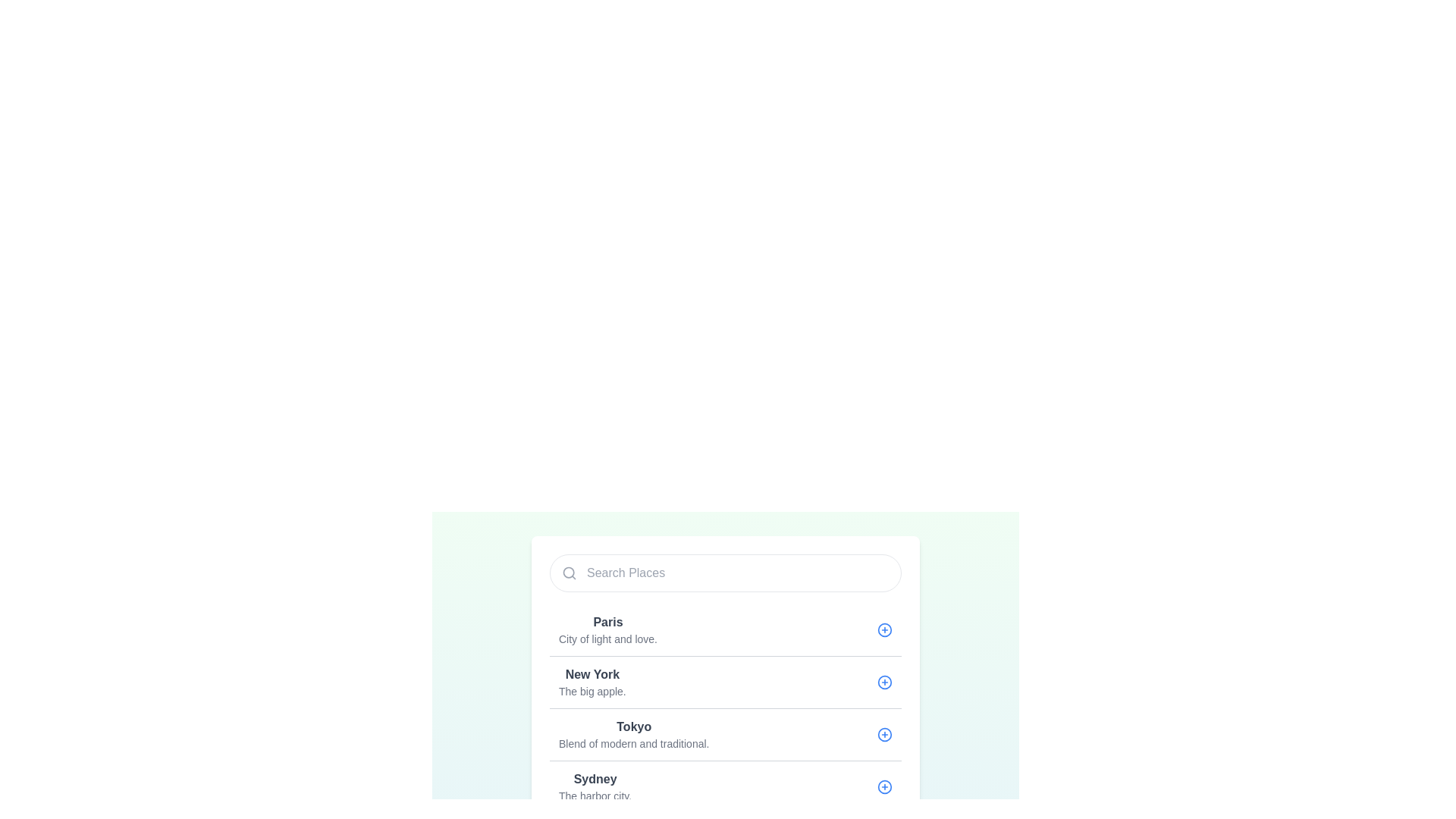 This screenshot has width=1456, height=819. Describe the element at coordinates (591, 674) in the screenshot. I see `the text label displaying 'New York', which is styled in bold and dark gray, located at the top of the second list entry` at that location.